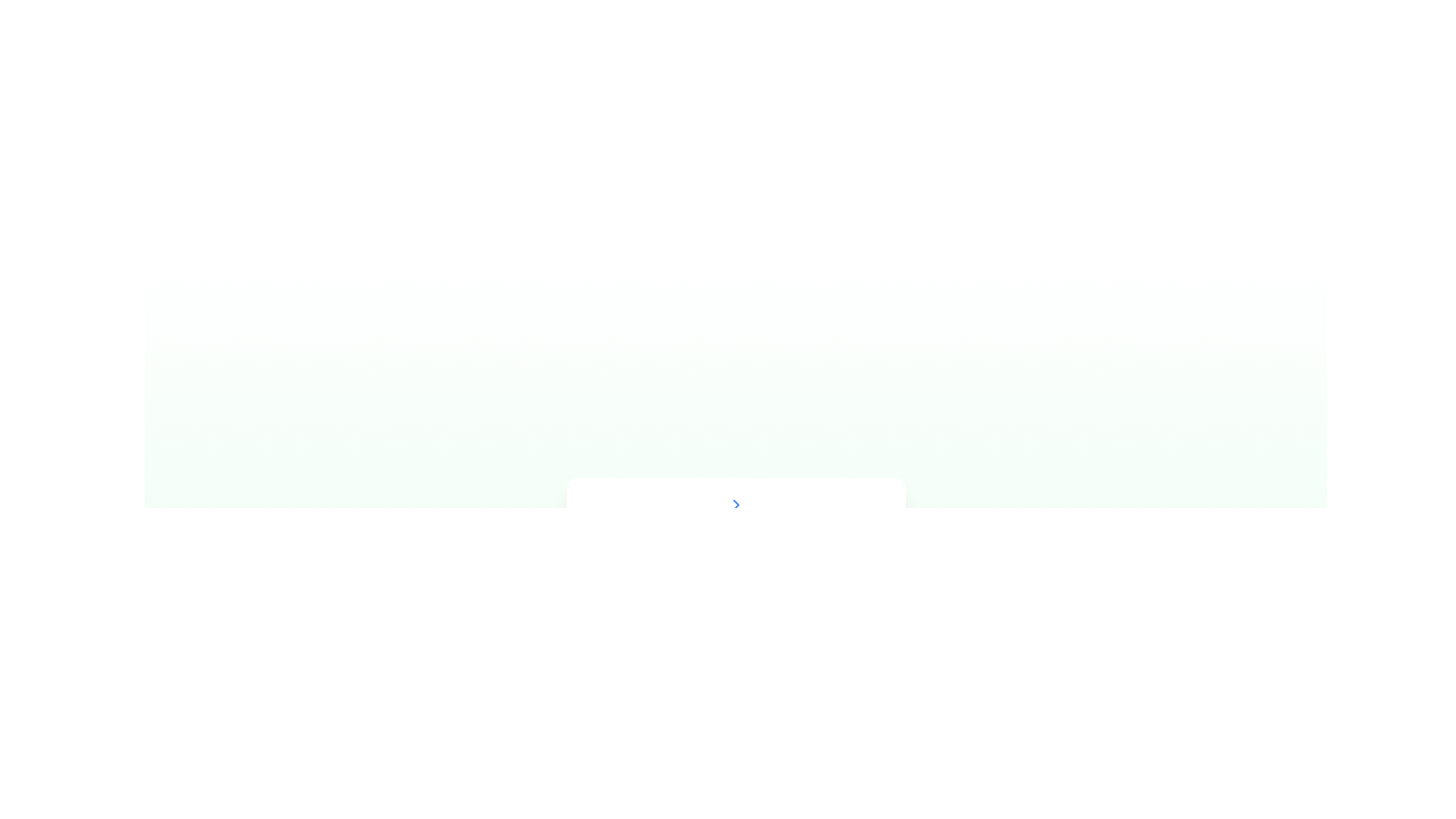 This screenshot has height=819, width=1456. What do you see at coordinates (805, 614) in the screenshot?
I see `the slider value` at bounding box center [805, 614].